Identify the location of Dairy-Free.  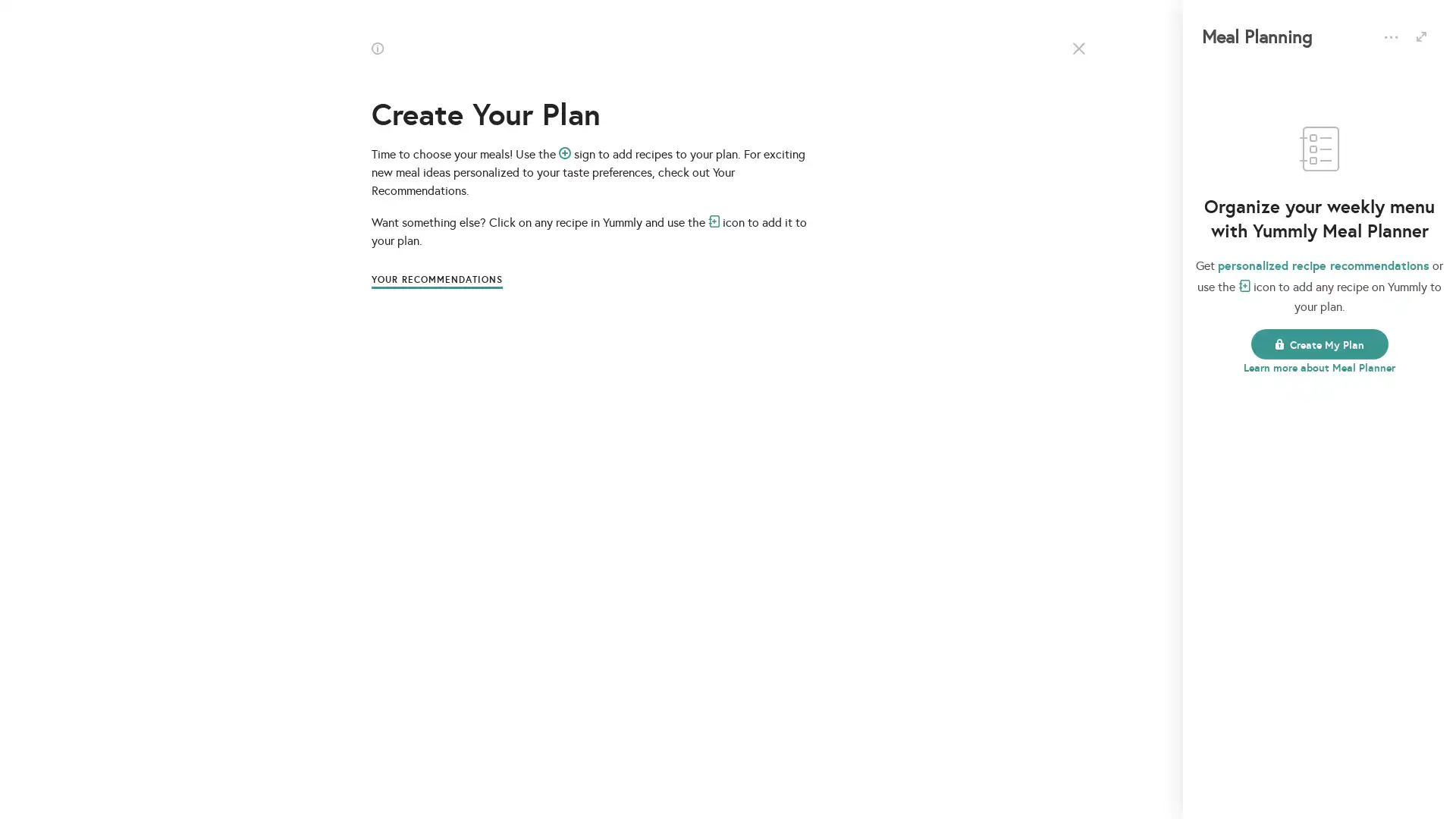
(1228, 312).